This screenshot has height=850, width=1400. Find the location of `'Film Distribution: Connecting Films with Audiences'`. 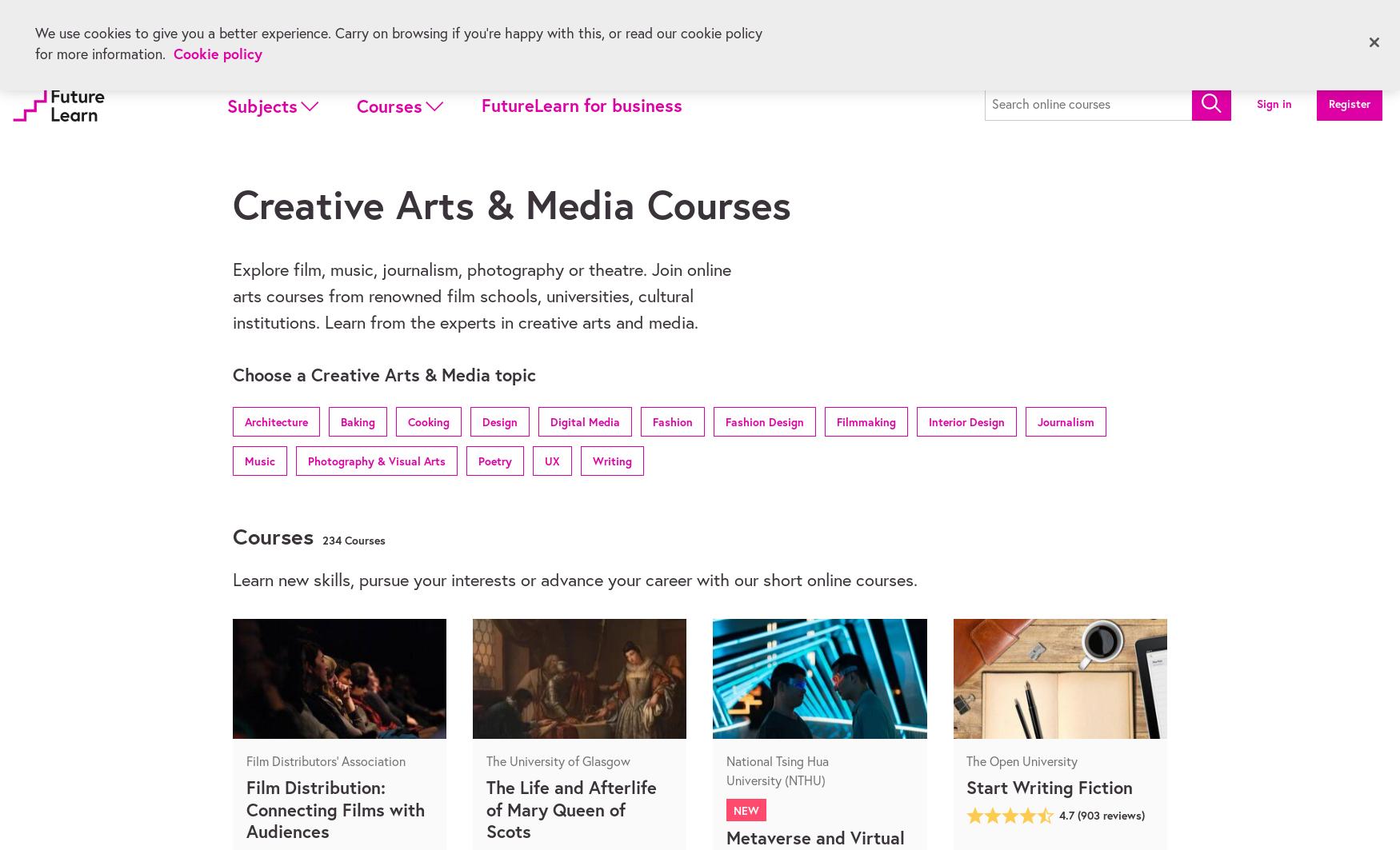

'Film Distribution: Connecting Films with Audiences' is located at coordinates (334, 808).